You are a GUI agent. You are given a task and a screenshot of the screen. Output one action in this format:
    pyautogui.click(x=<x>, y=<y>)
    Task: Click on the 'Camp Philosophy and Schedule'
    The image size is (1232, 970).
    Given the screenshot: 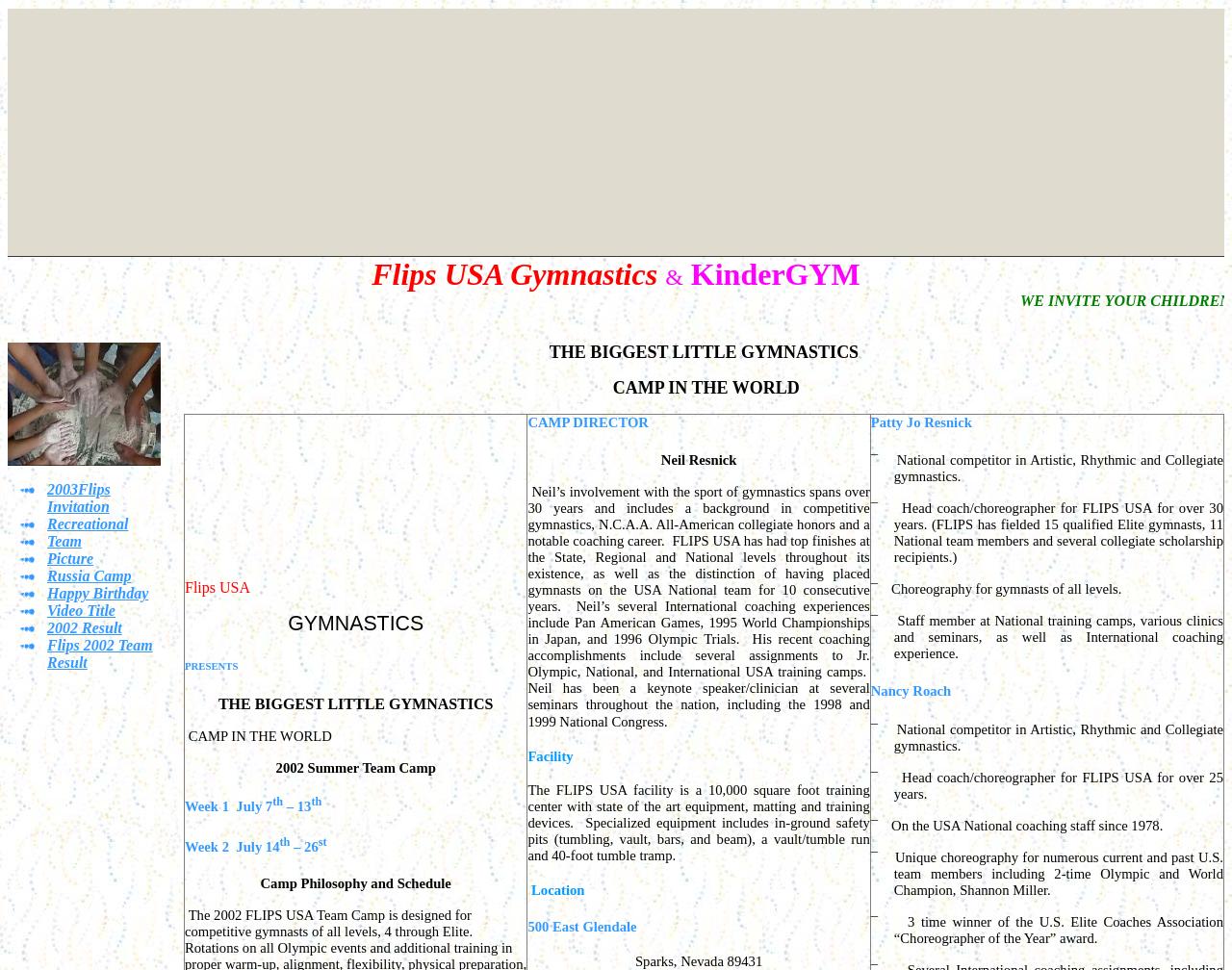 What is the action you would take?
    pyautogui.click(x=355, y=881)
    